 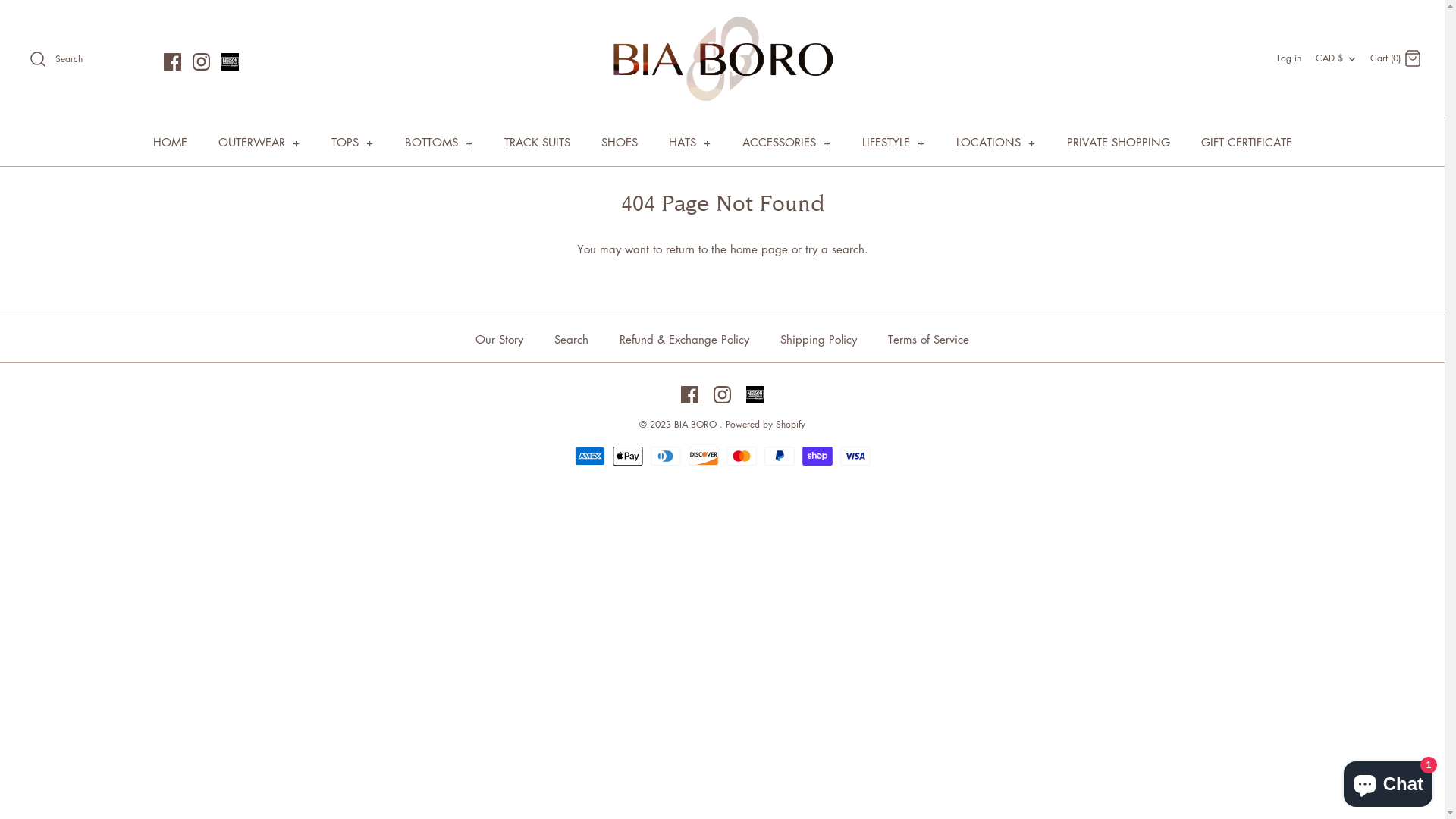 What do you see at coordinates (767, 338) in the screenshot?
I see `'Shipping Policy'` at bounding box center [767, 338].